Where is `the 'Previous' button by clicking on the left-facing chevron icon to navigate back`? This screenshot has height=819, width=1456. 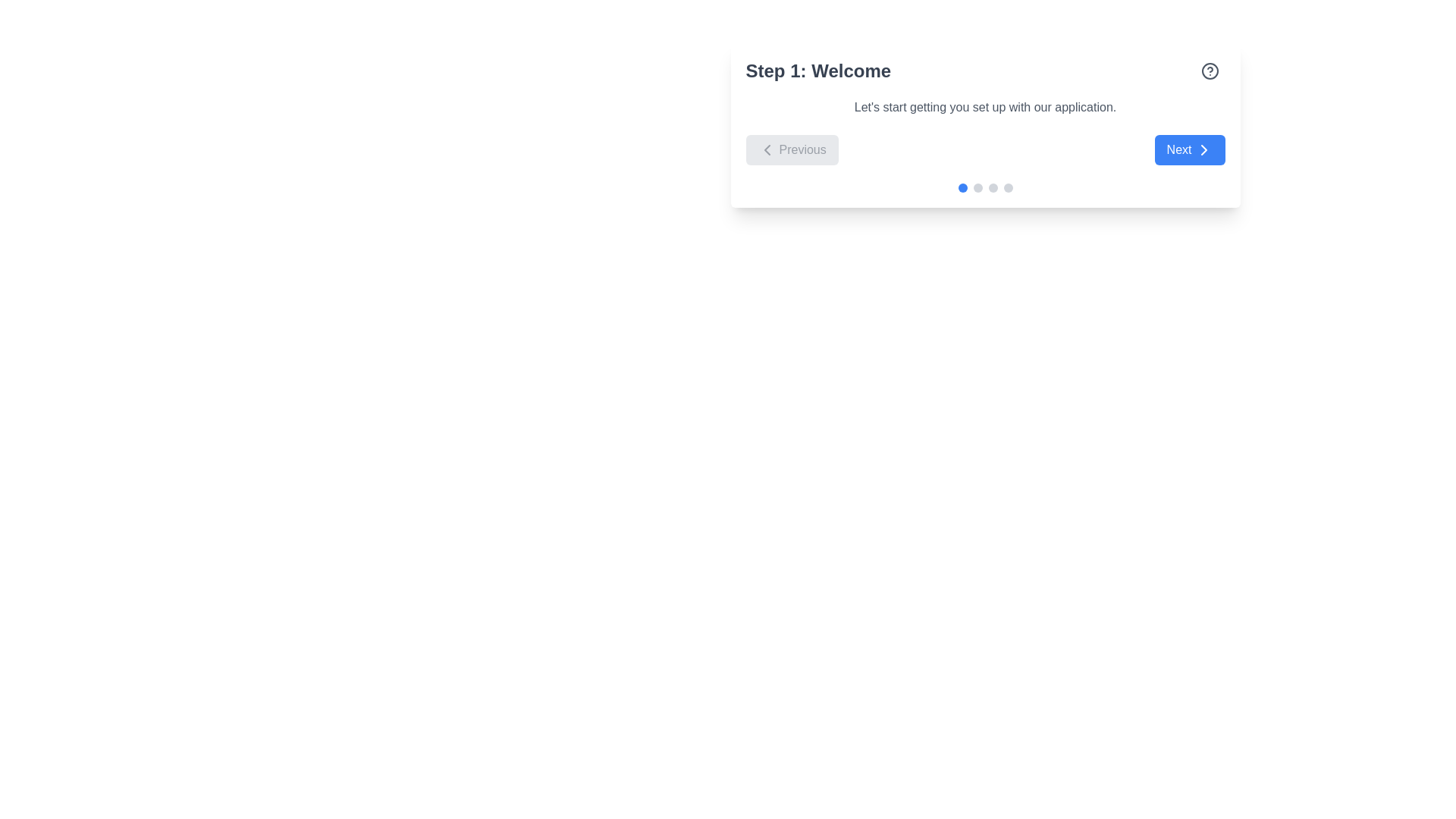 the 'Previous' button by clicking on the left-facing chevron icon to navigate back is located at coordinates (767, 149).